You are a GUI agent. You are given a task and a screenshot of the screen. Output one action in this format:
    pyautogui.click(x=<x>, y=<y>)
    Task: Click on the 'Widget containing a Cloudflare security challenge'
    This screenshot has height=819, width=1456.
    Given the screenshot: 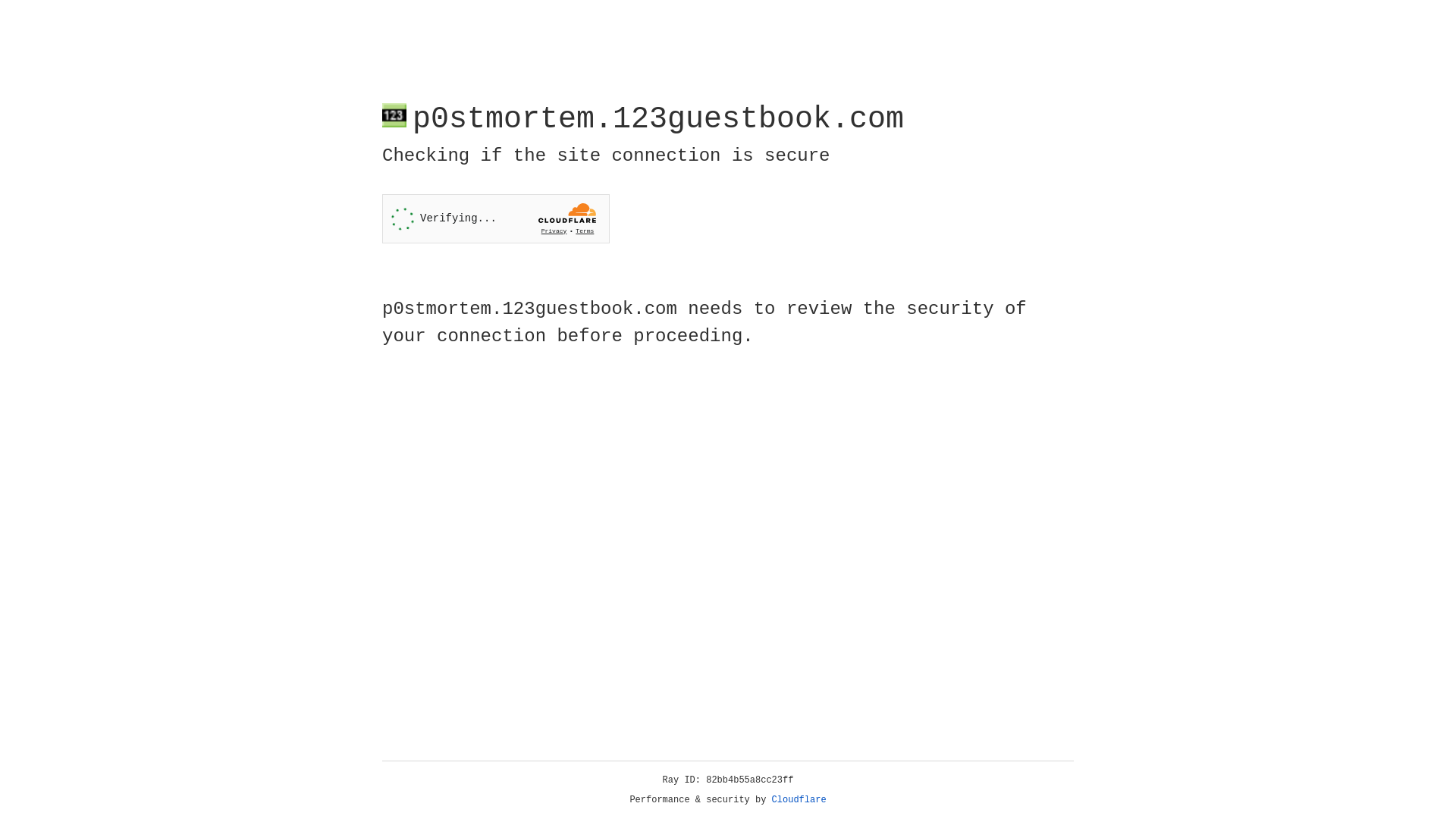 What is the action you would take?
    pyautogui.click(x=495, y=218)
    